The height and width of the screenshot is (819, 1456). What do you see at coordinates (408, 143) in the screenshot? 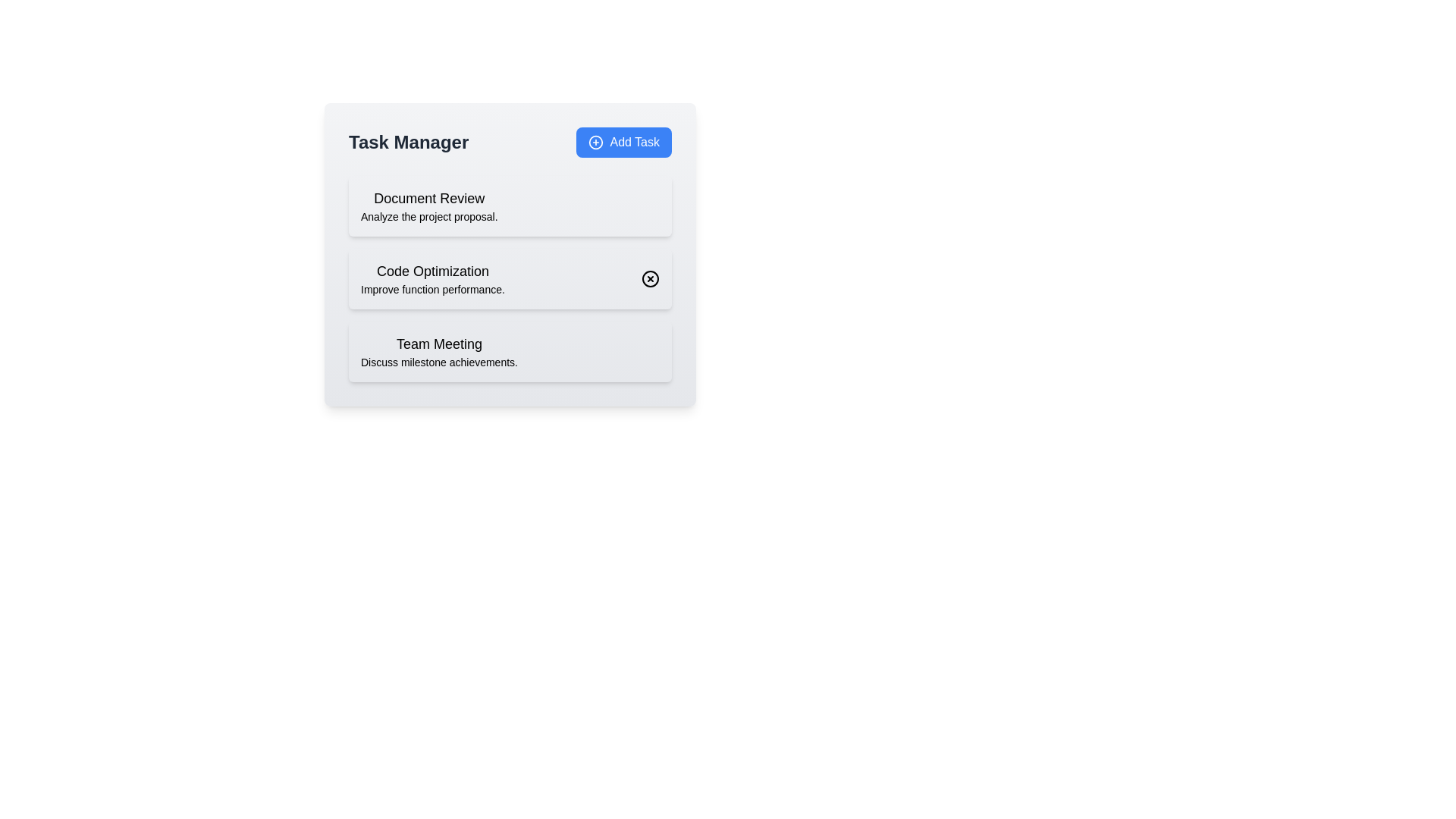
I see `the 'Task Manager' heading for inspection` at bounding box center [408, 143].